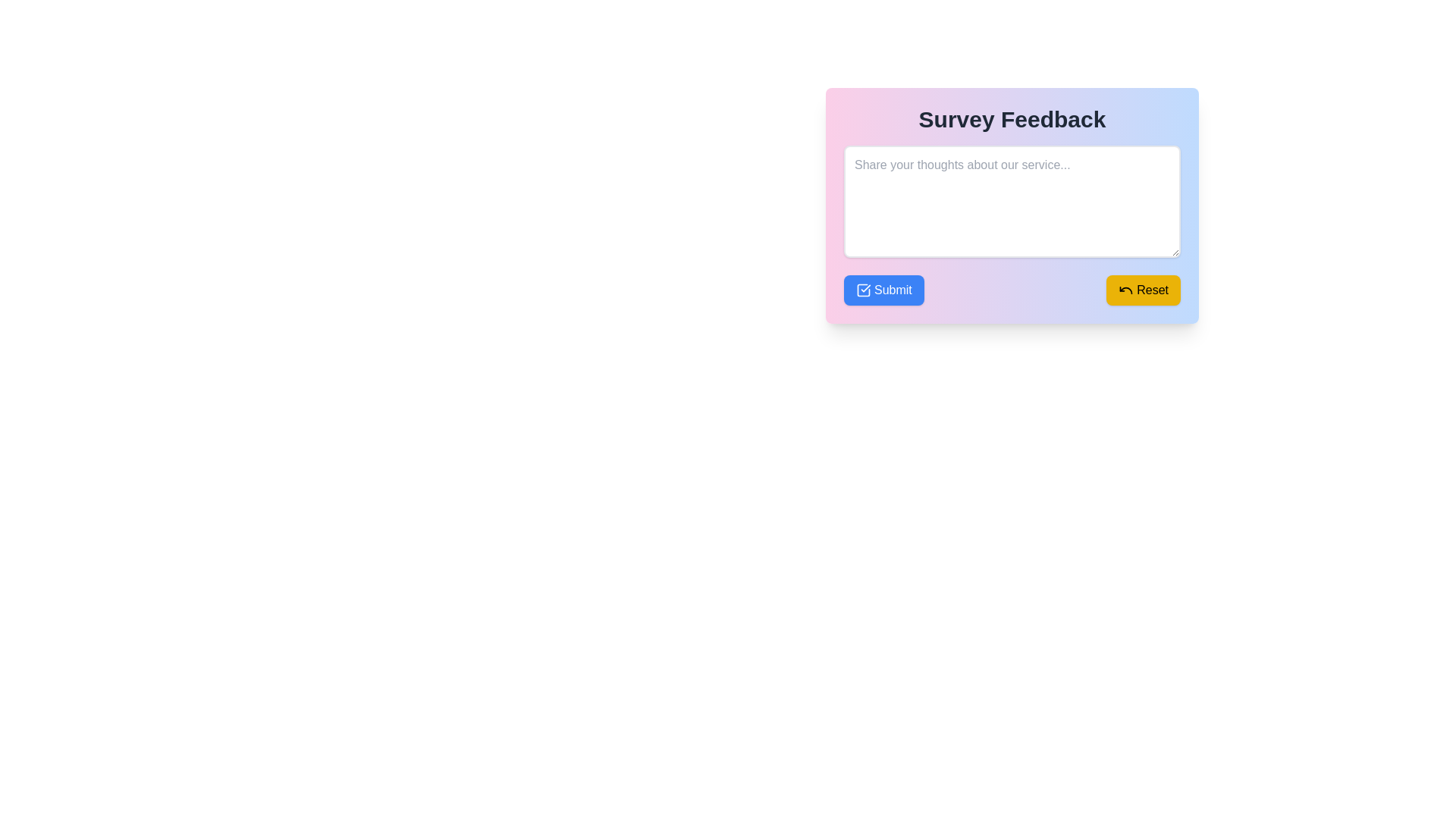  Describe the element at coordinates (863, 290) in the screenshot. I see `the square-shaped icon with a checkmark inside, located within the blue 'Submit' button on the bottom-left corner of the survey card` at that location.